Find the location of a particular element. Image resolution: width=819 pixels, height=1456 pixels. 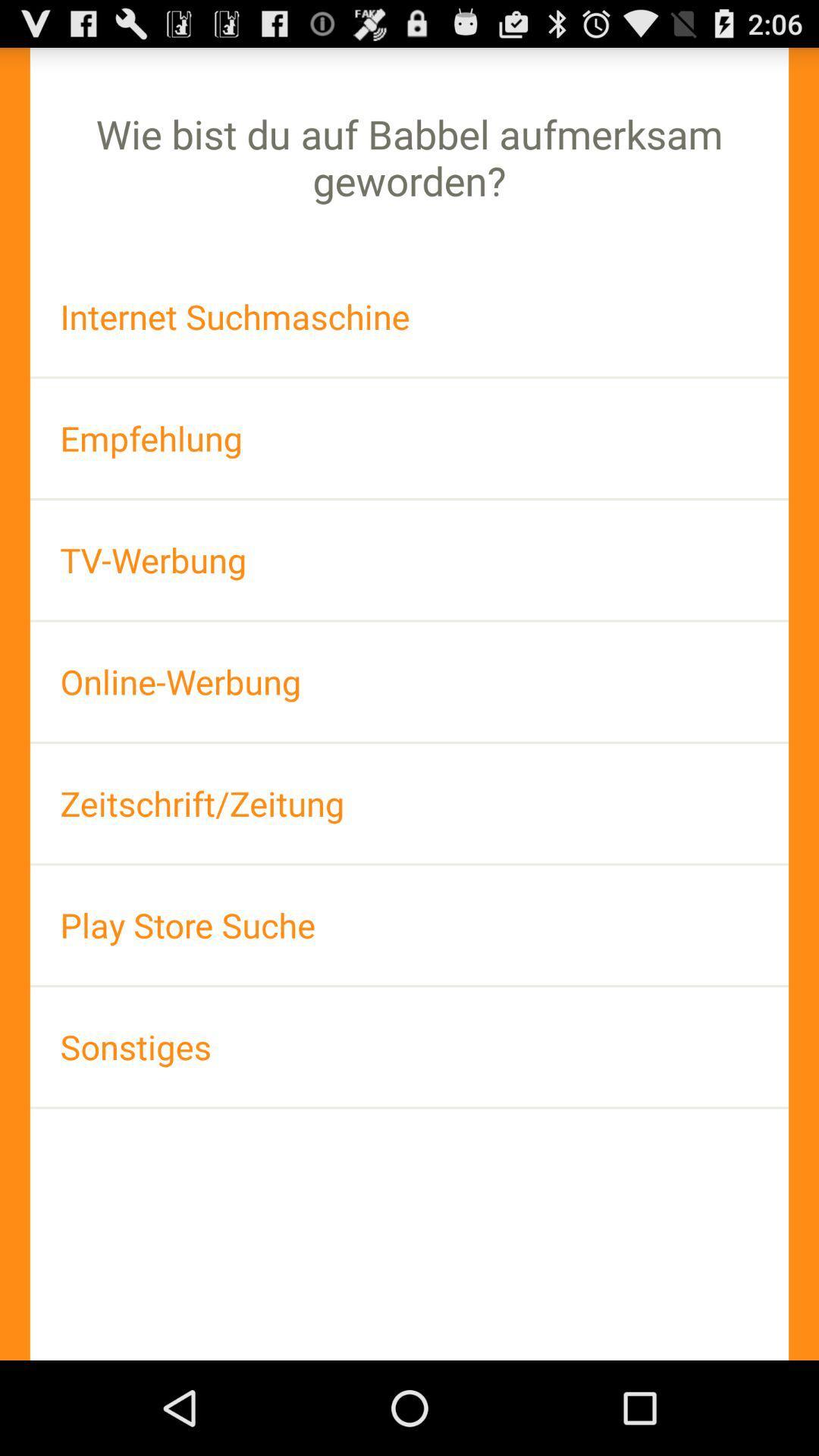

zeitschrift/zeitung is located at coordinates (409, 802).